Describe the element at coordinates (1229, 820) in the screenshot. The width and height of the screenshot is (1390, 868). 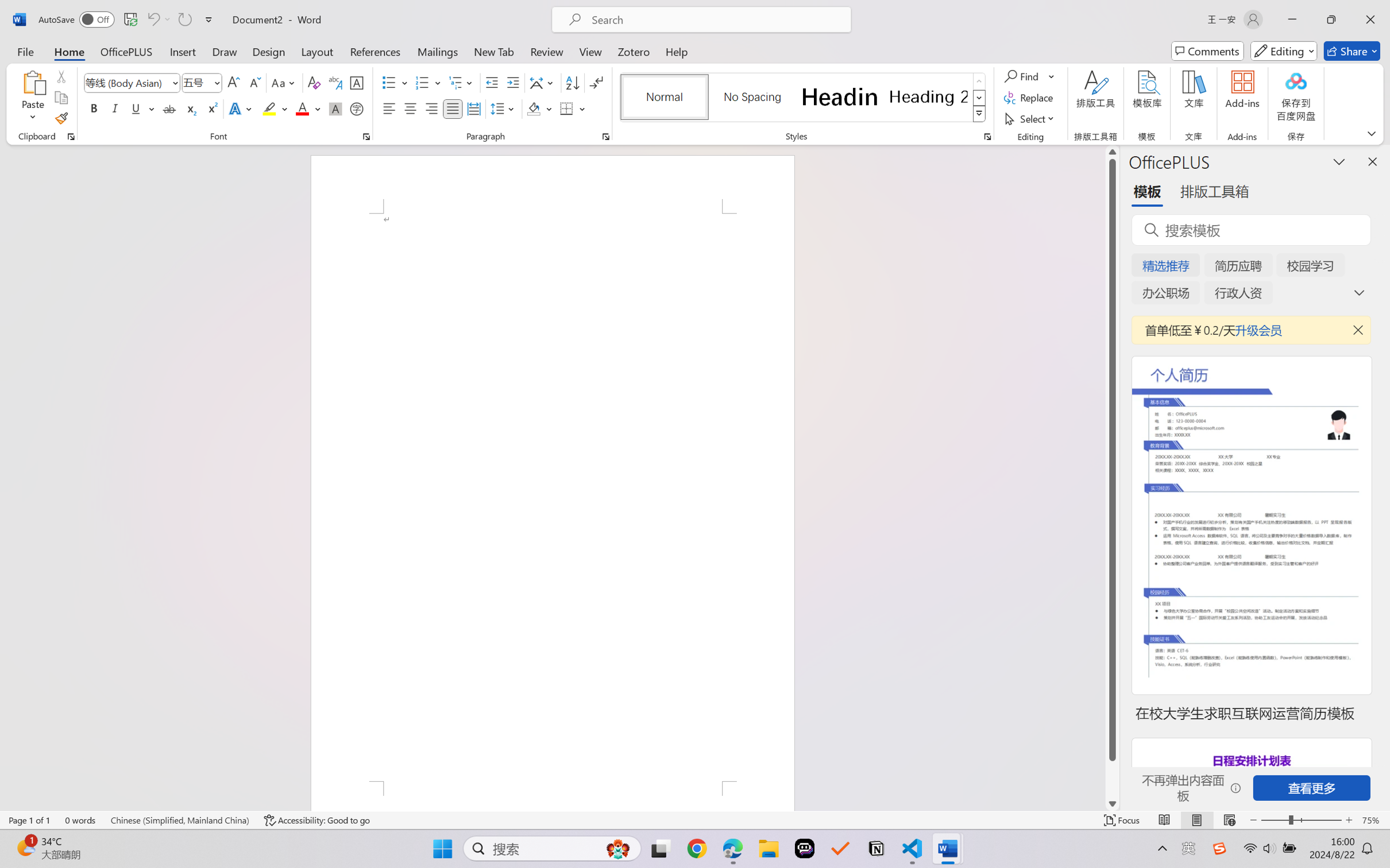
I see `'Web Layout'` at that location.